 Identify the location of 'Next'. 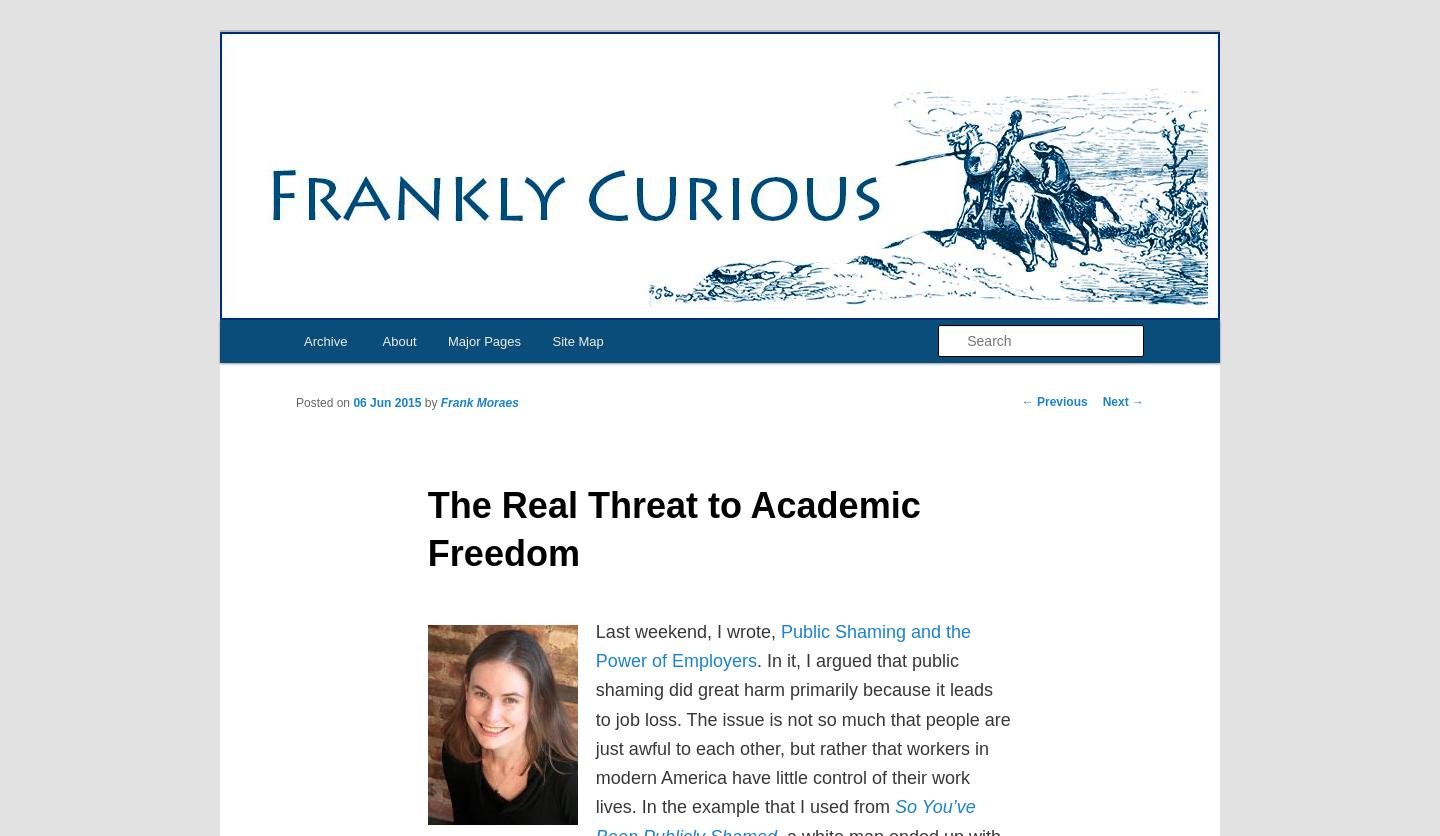
(1116, 401).